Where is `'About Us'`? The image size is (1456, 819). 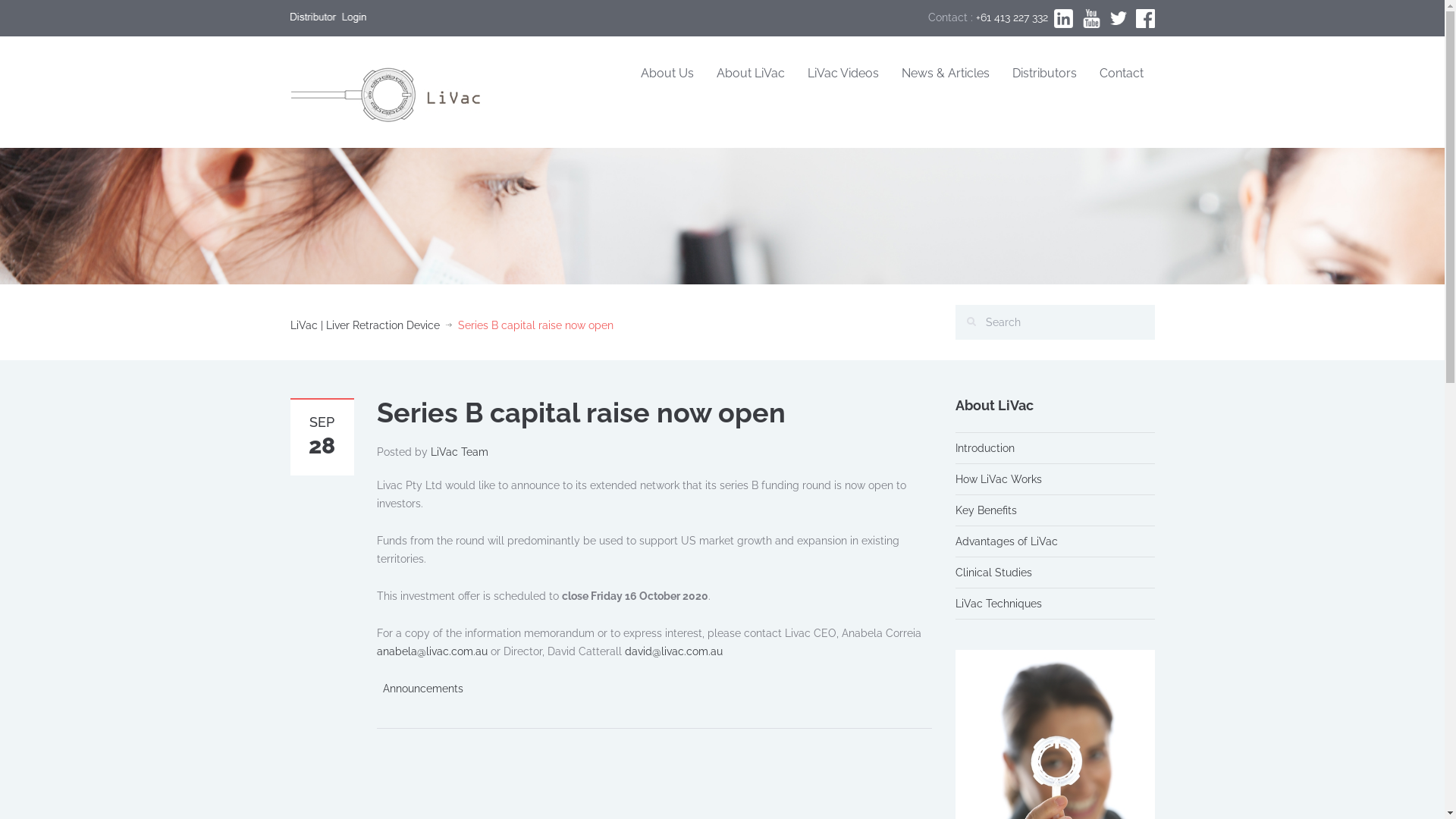
'About Us' is located at coordinates (667, 74).